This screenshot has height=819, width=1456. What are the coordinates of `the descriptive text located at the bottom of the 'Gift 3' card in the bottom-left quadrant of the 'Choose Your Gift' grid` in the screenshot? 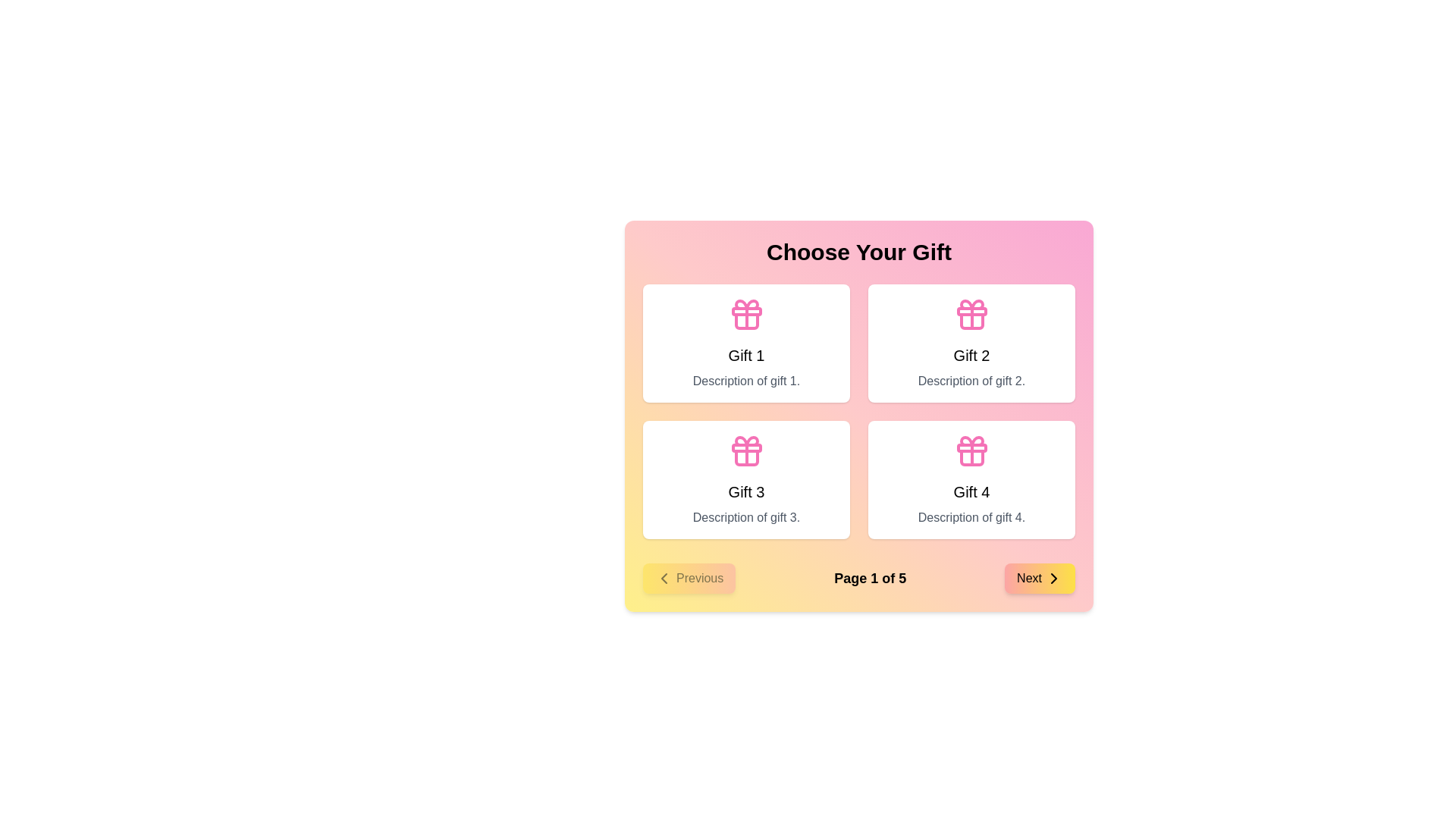 It's located at (746, 516).